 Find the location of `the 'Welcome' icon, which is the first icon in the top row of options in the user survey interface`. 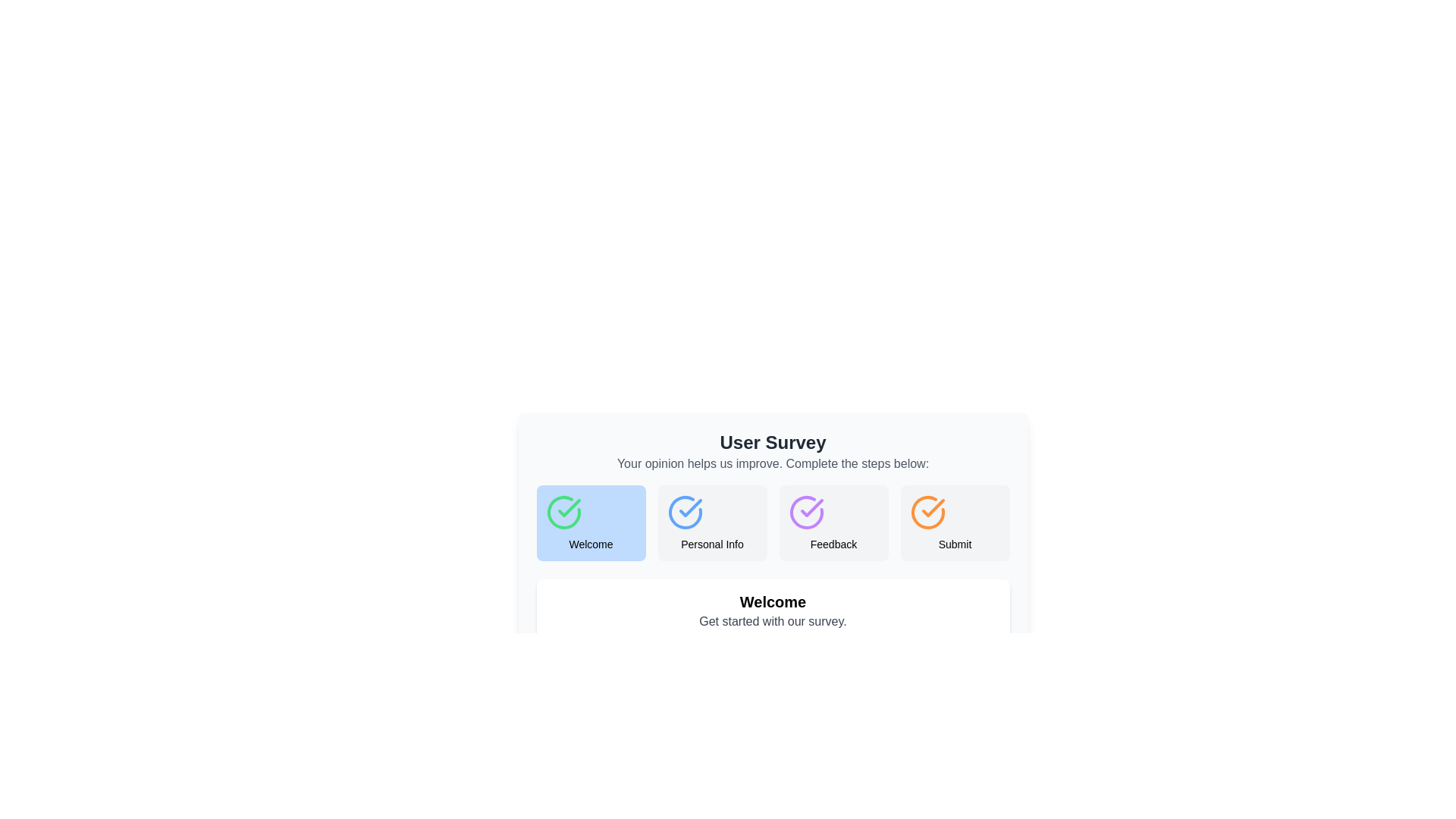

the 'Welcome' icon, which is the first icon in the top row of options in the user survey interface is located at coordinates (563, 512).